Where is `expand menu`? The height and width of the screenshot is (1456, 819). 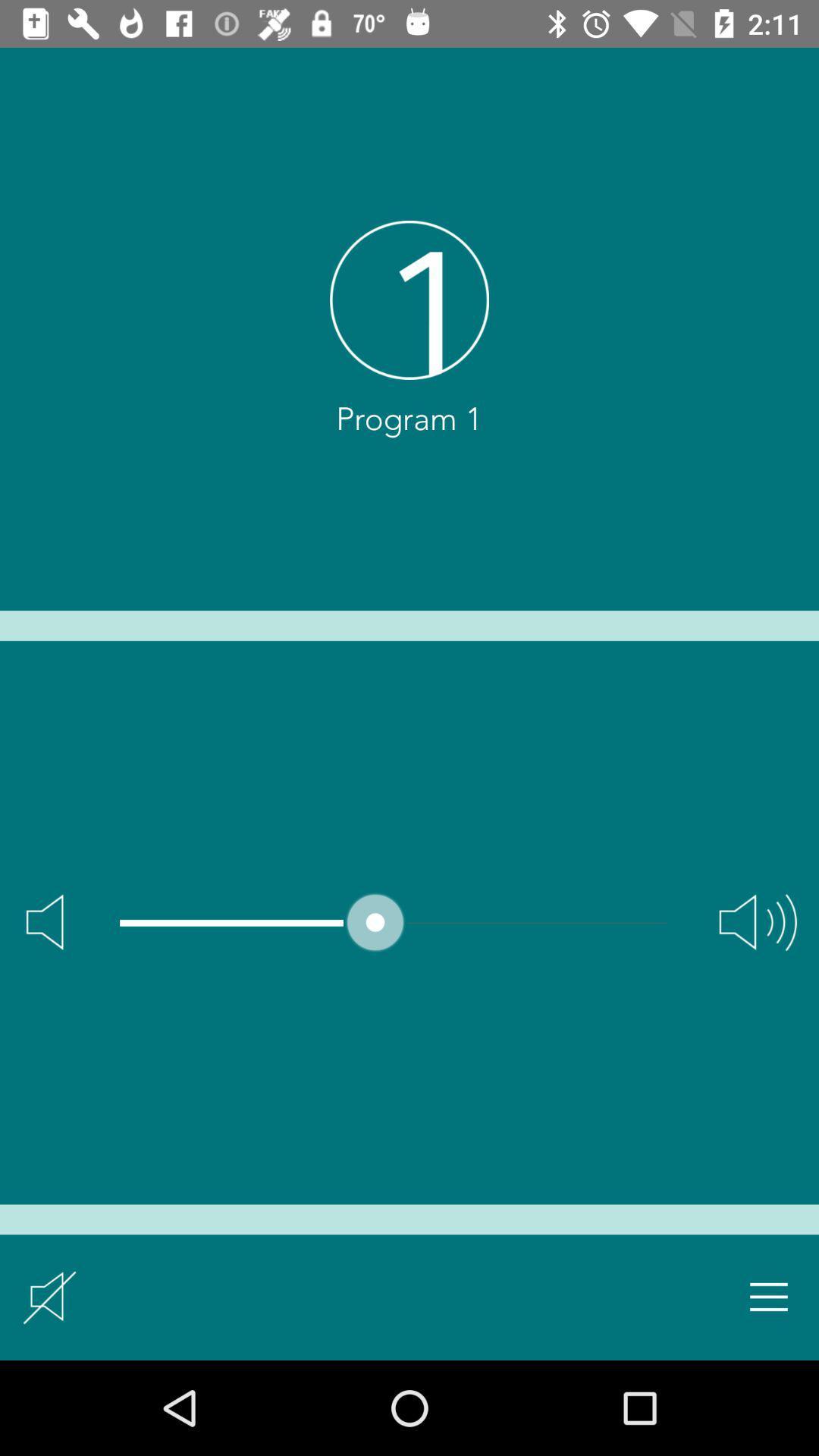 expand menu is located at coordinates (769, 1296).